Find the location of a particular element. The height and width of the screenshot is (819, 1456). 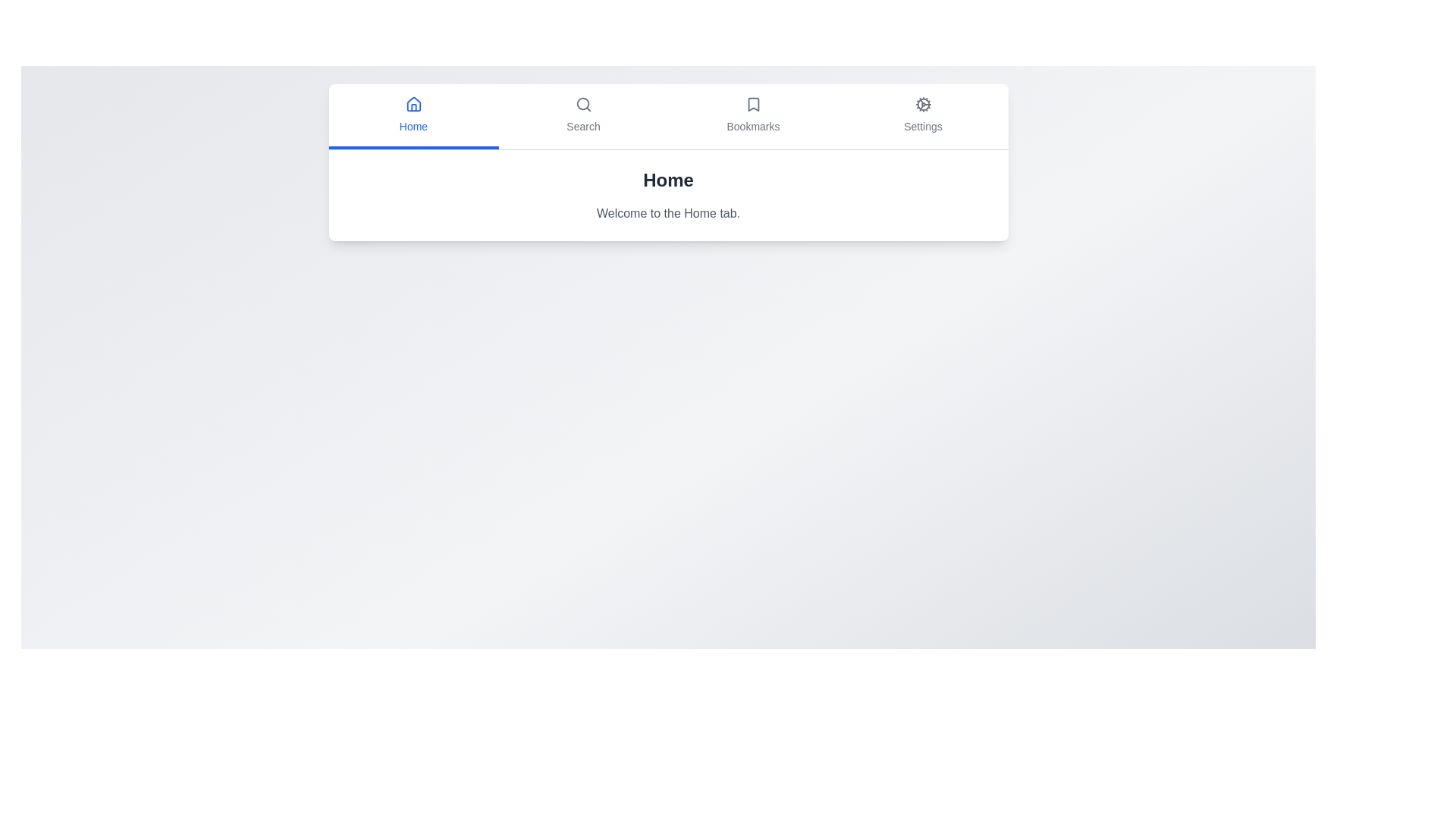

the Settings tab by clicking on its button is located at coordinates (922, 116).